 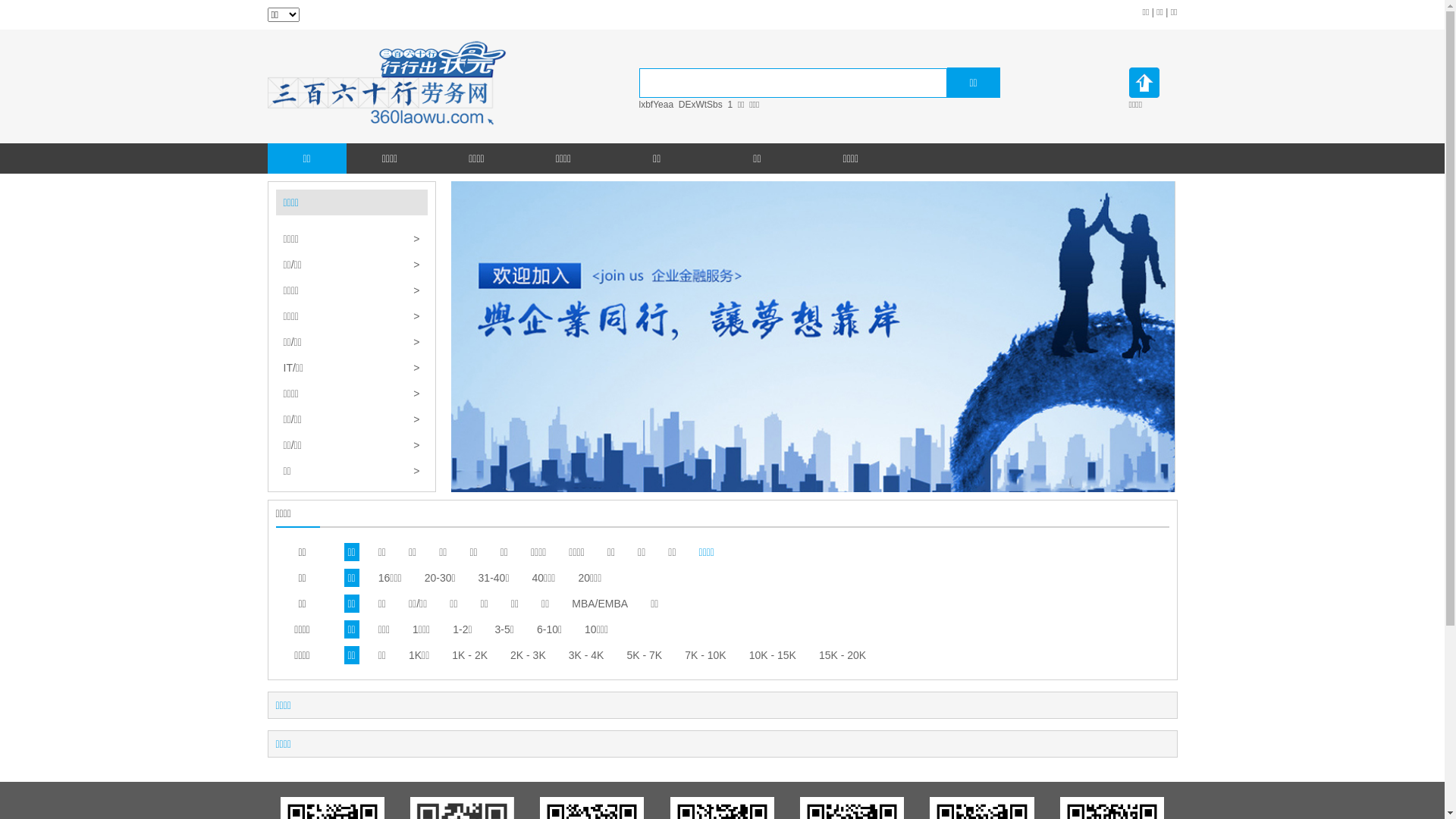 What do you see at coordinates (841, 654) in the screenshot?
I see `'15K - 20K'` at bounding box center [841, 654].